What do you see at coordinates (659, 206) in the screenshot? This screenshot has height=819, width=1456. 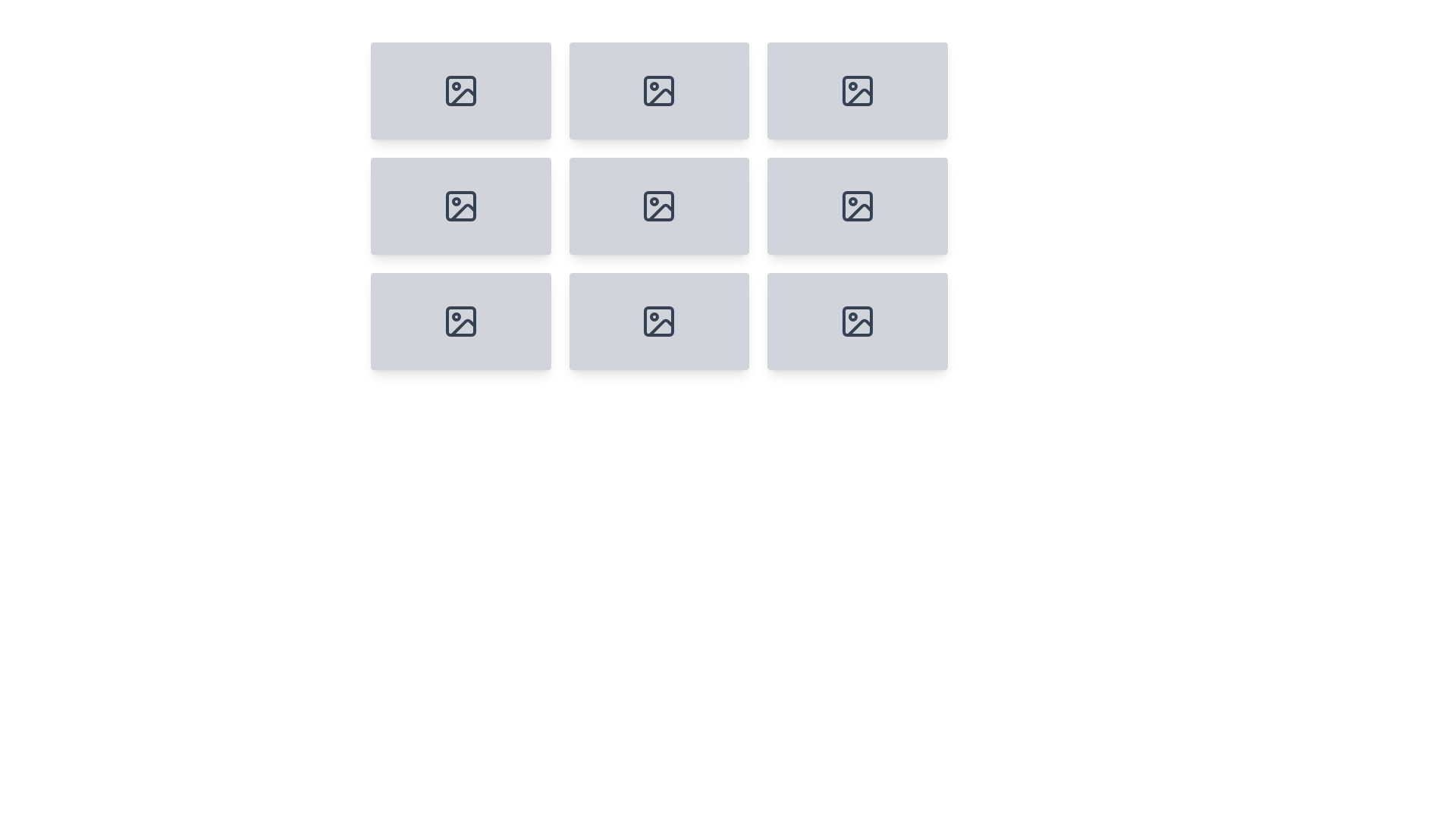 I see `the Grid Item Placeholder in the middle of the second row of the grid gallery layout to interact with the image` at bounding box center [659, 206].